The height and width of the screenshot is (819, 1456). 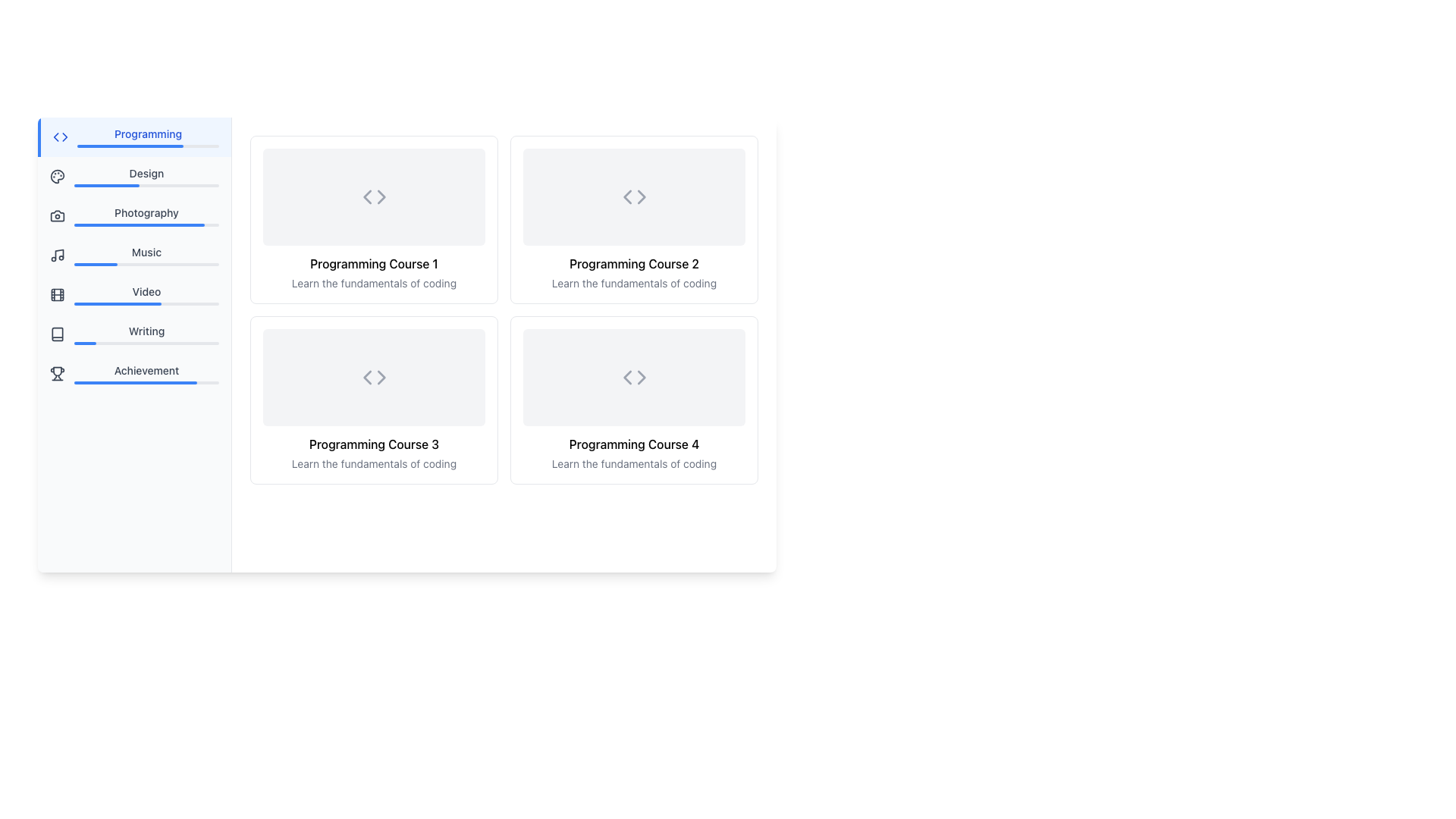 I want to click on the text label indicating 'Programming Course 3', which is located in the lower section of the corresponding card in the grid layout, so click(x=374, y=444).